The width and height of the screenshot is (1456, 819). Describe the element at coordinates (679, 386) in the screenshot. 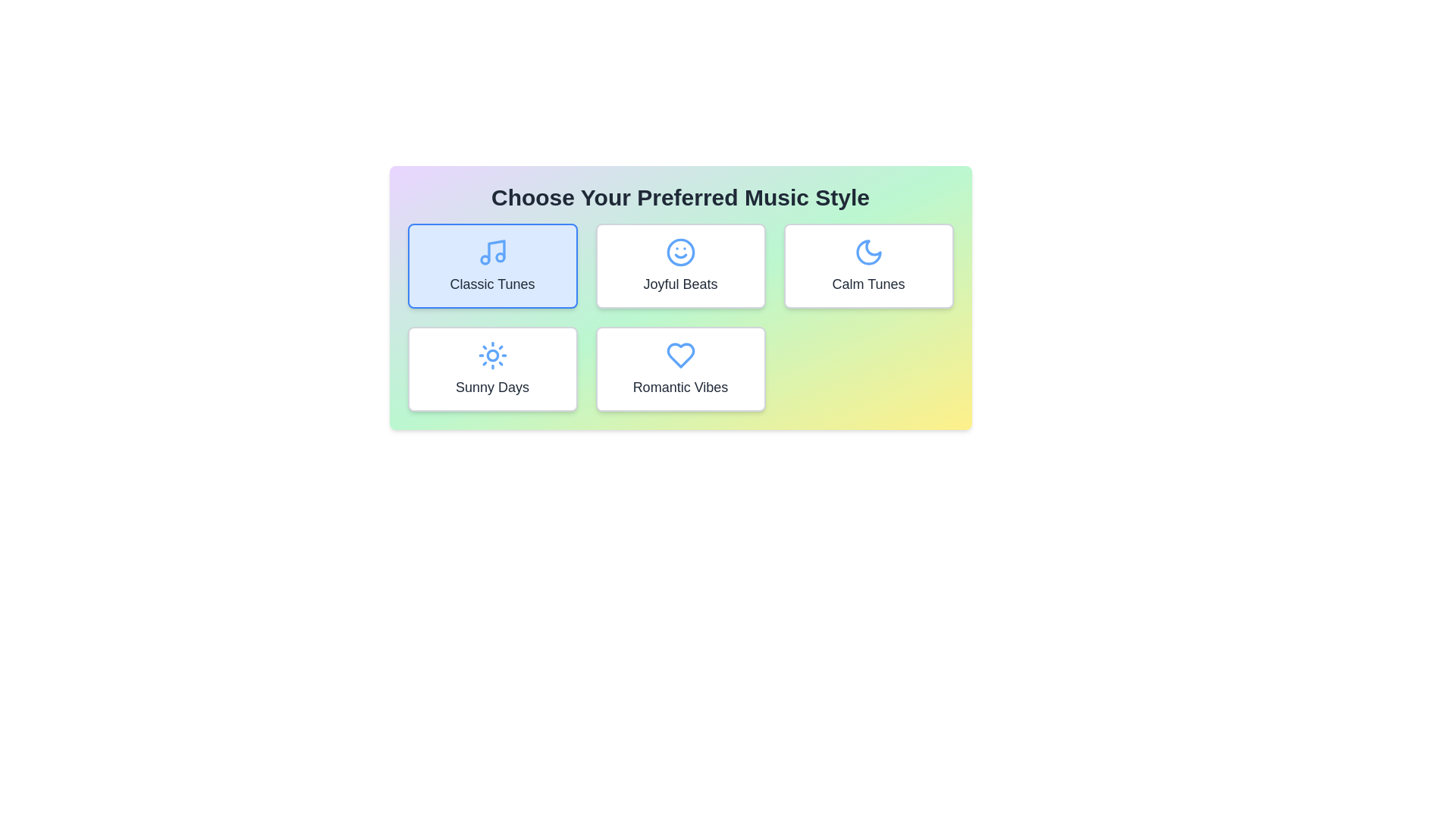

I see `the text label for the selection option 'Romantic Vibes', which is located below a blue heart icon in the lower middle of the grid layout` at that location.